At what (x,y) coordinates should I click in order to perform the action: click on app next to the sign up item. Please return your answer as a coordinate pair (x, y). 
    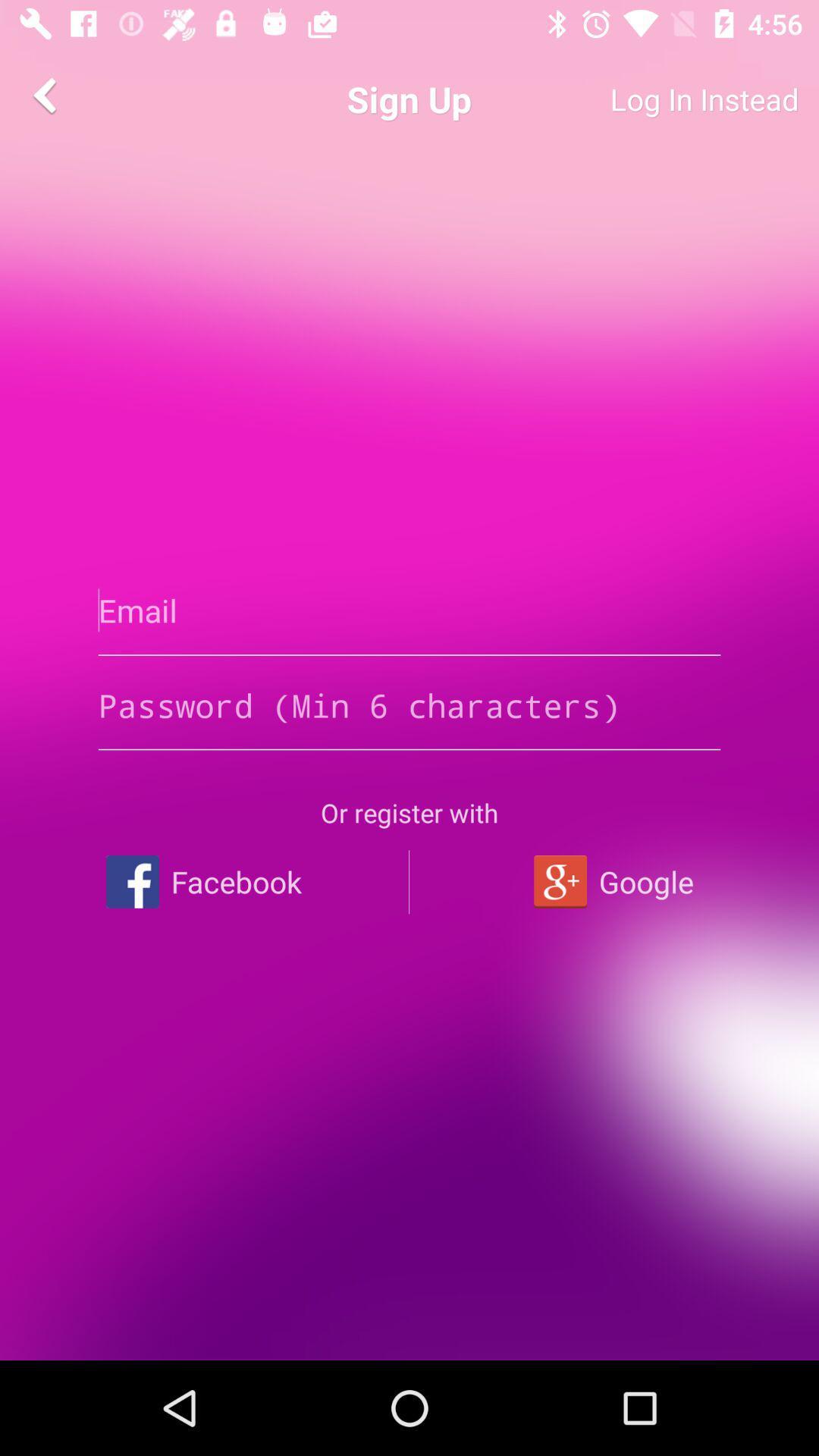
    Looking at the image, I should click on (648, 99).